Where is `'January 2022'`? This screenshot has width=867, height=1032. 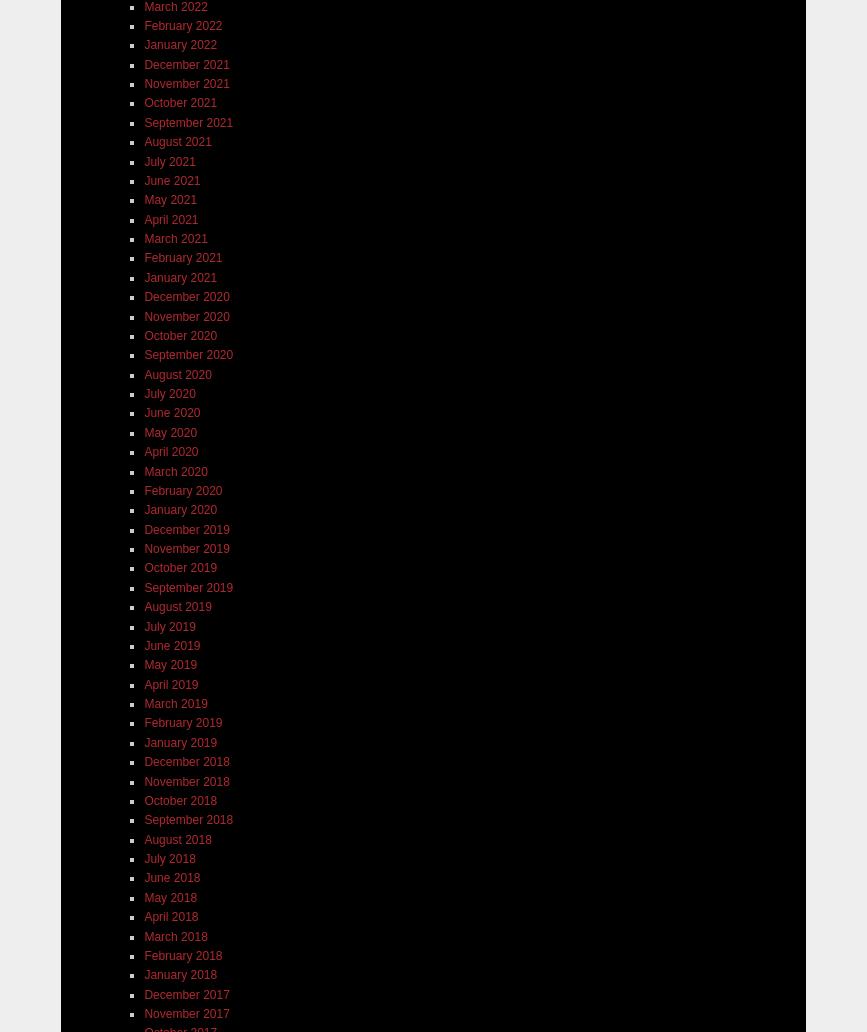
'January 2022' is located at coordinates (180, 44).